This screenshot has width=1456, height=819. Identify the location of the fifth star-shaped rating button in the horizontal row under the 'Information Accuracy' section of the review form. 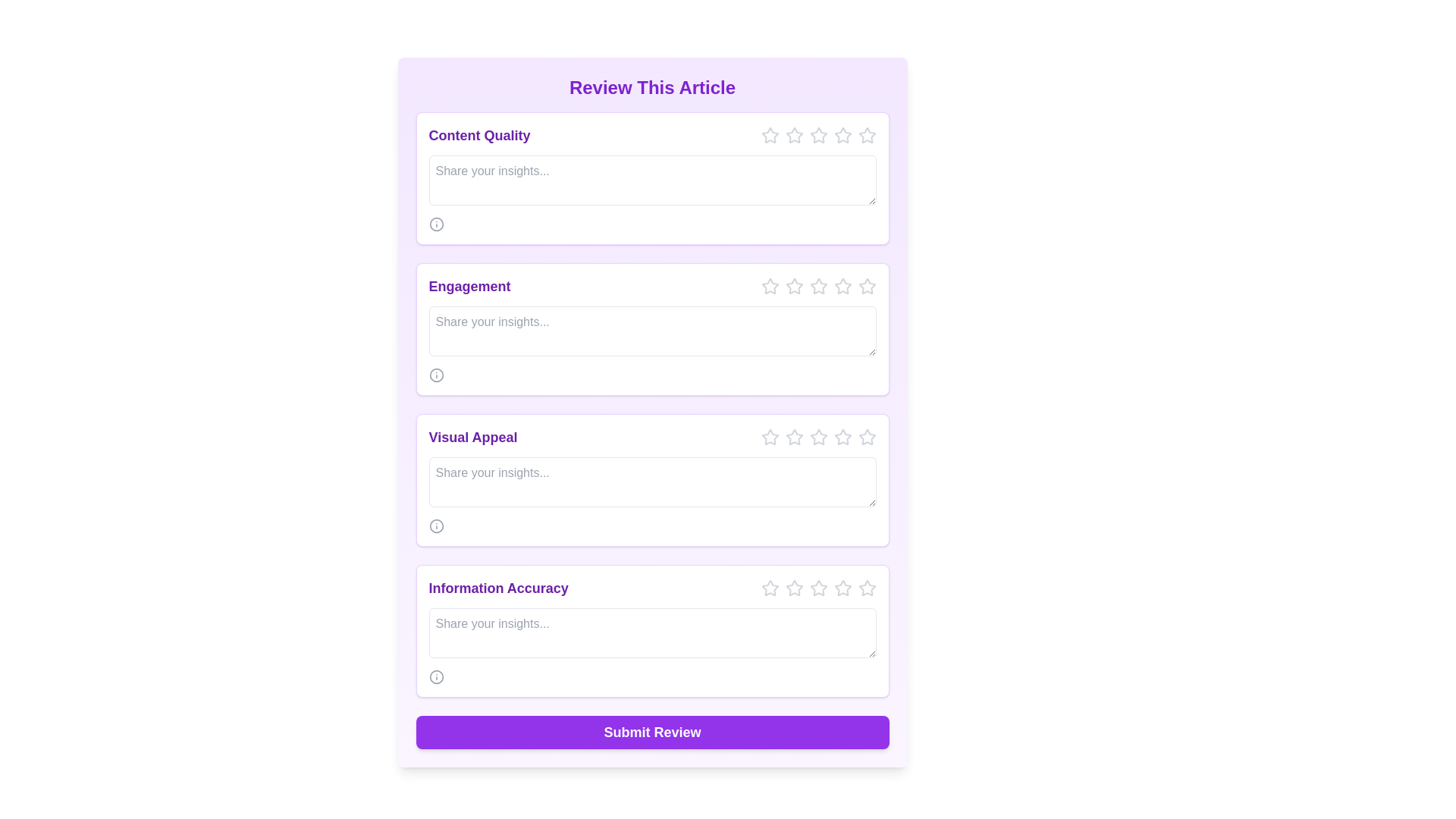
(867, 587).